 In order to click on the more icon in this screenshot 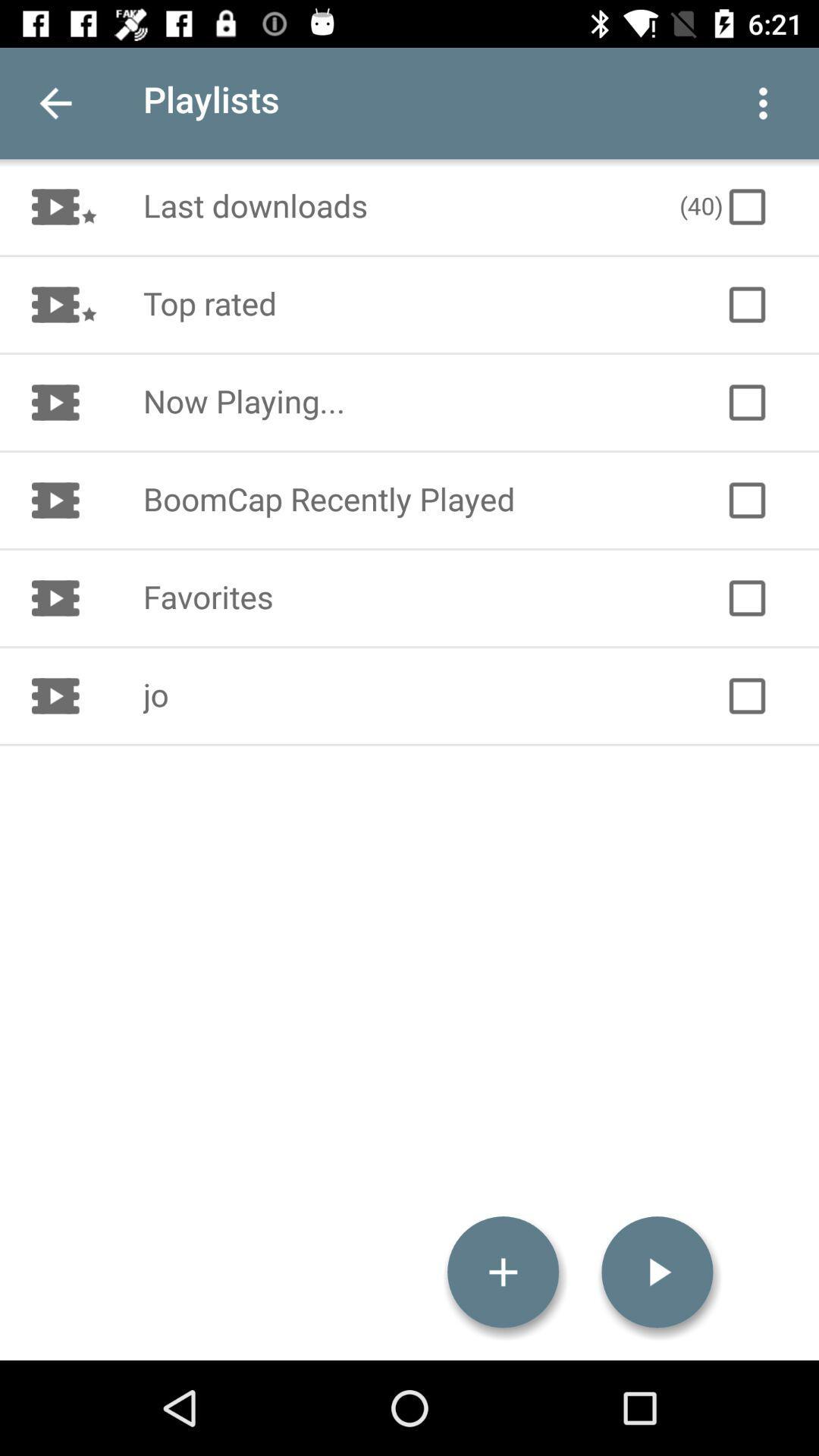, I will do `click(763, 102)`.